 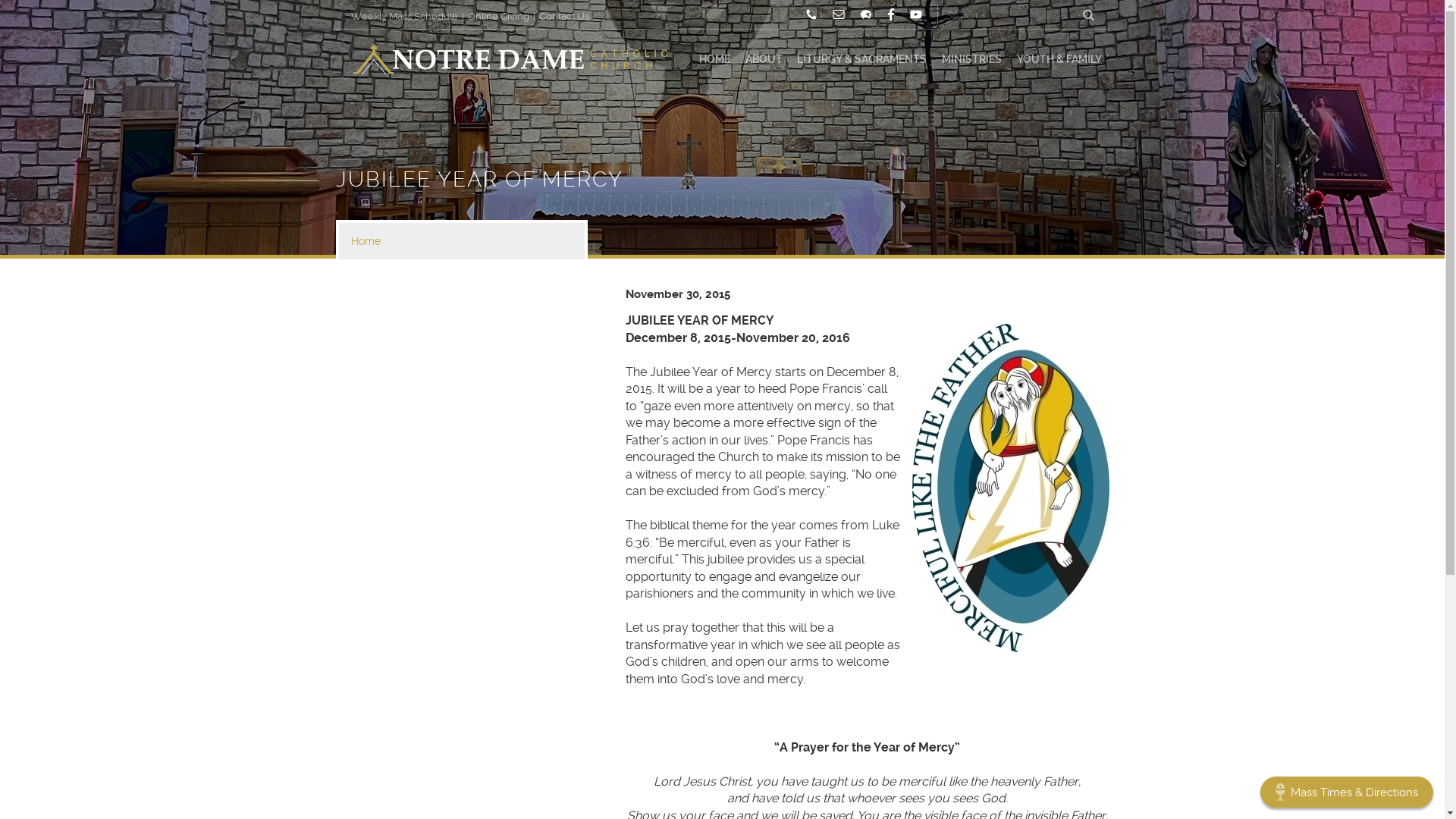 I want to click on 'Contact Us', so click(x=560, y=17).